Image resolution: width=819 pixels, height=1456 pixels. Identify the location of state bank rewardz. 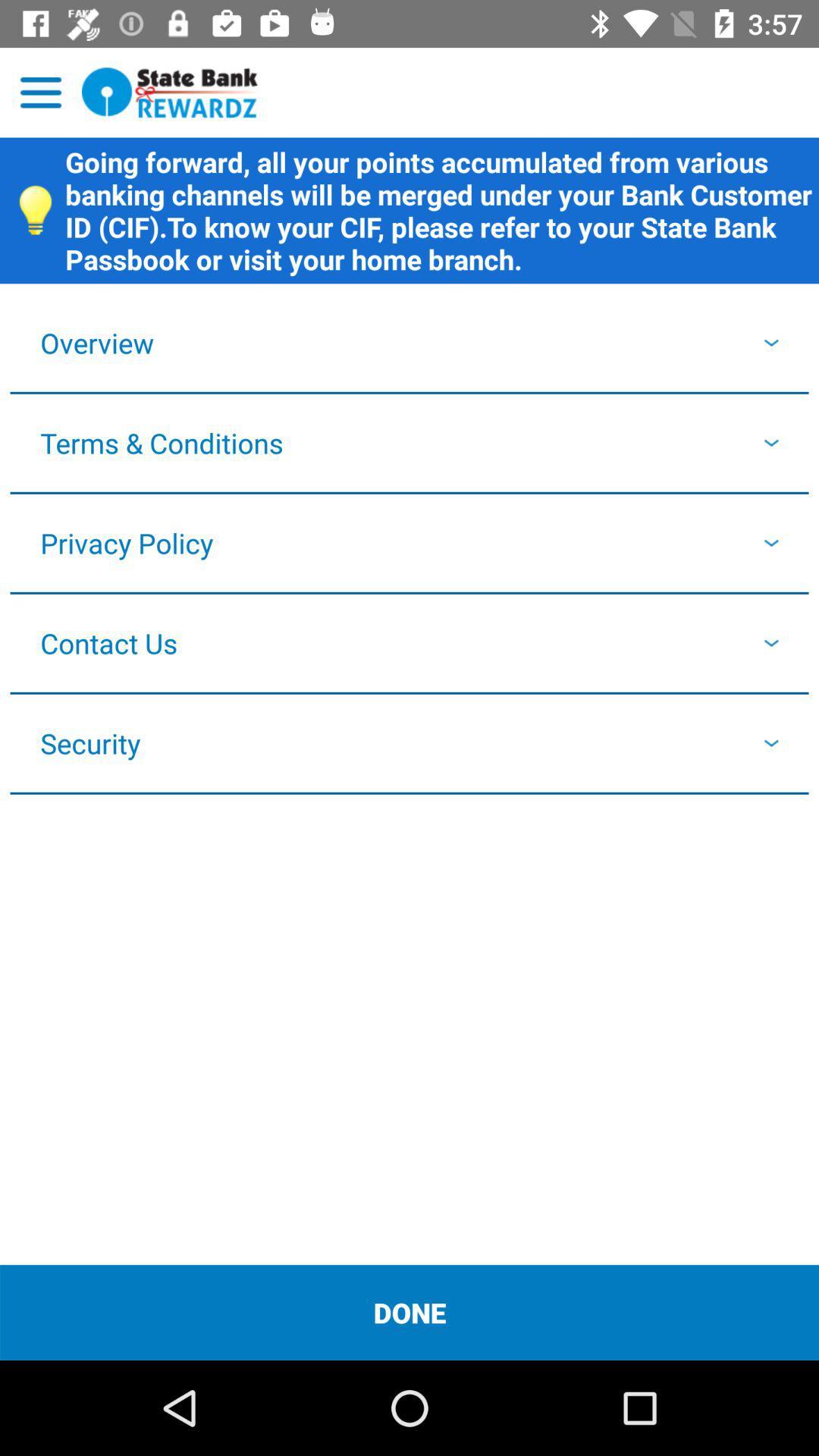
(170, 92).